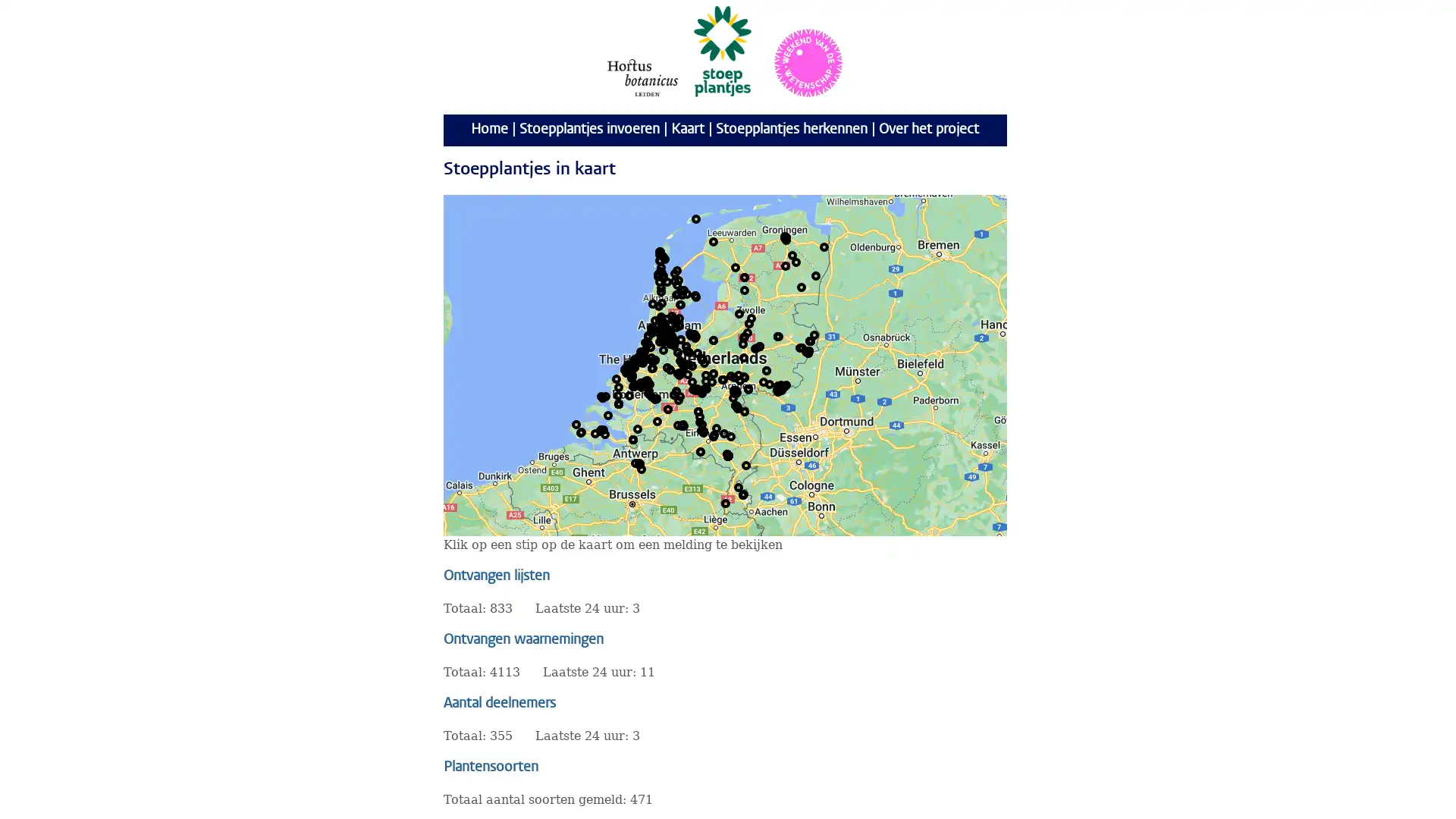  Describe the element at coordinates (660, 318) in the screenshot. I see `Telling van NBeets op 12 januari 2022` at that location.